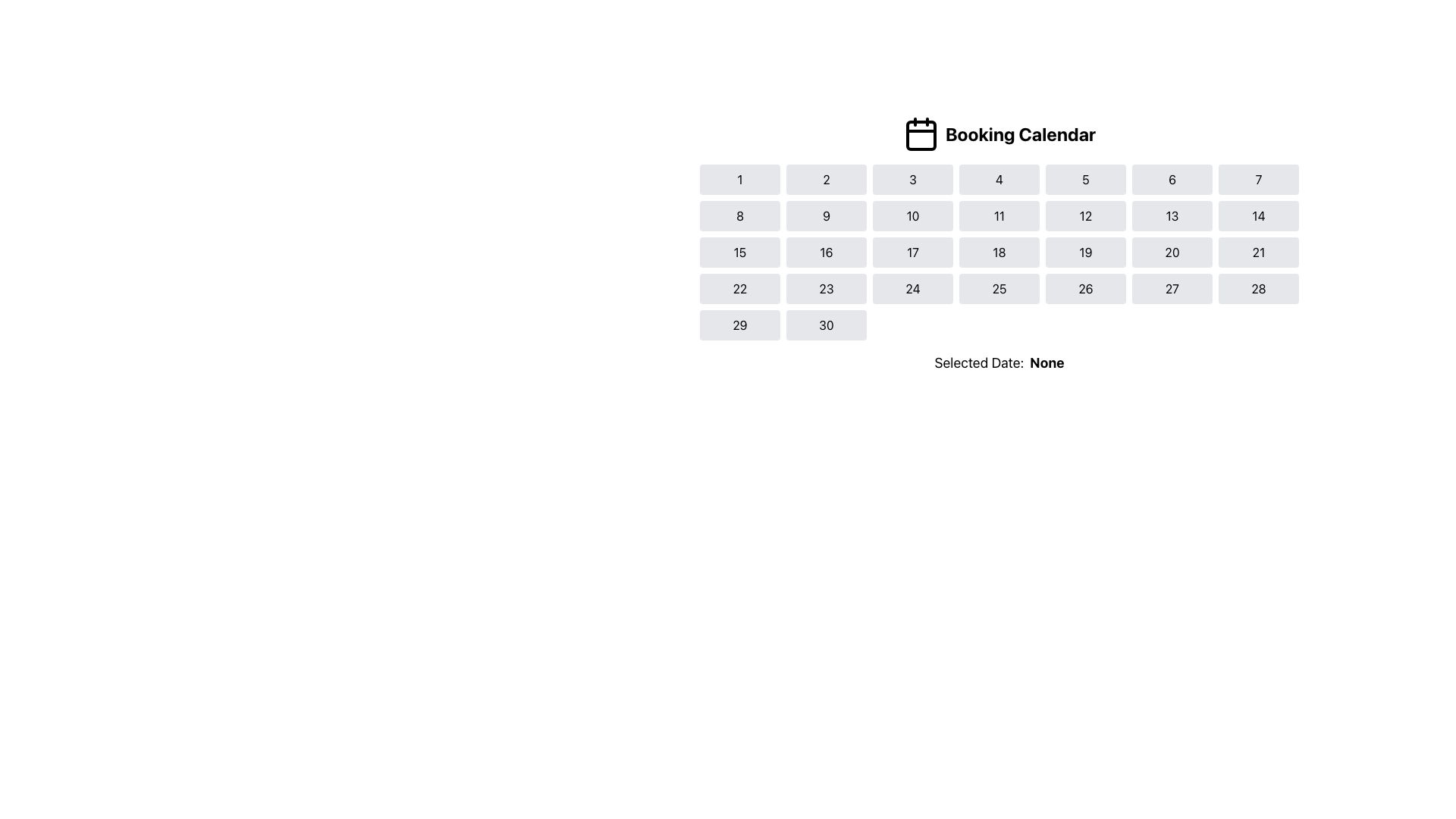  What do you see at coordinates (1259, 216) in the screenshot?
I see `the button labeled '14' in the second row and seventh column of the Booking Calendar` at bounding box center [1259, 216].